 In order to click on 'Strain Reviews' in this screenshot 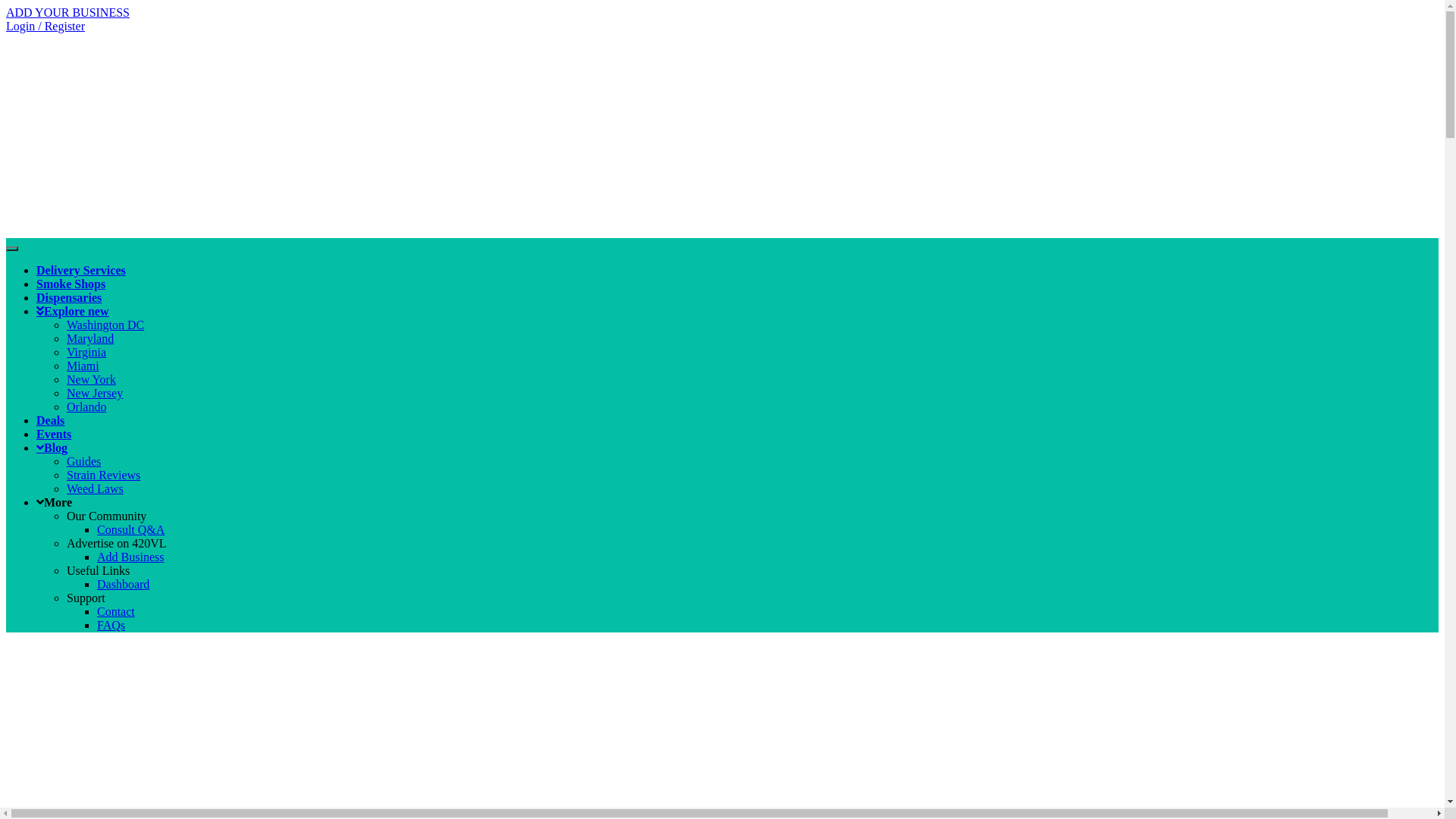, I will do `click(102, 474)`.